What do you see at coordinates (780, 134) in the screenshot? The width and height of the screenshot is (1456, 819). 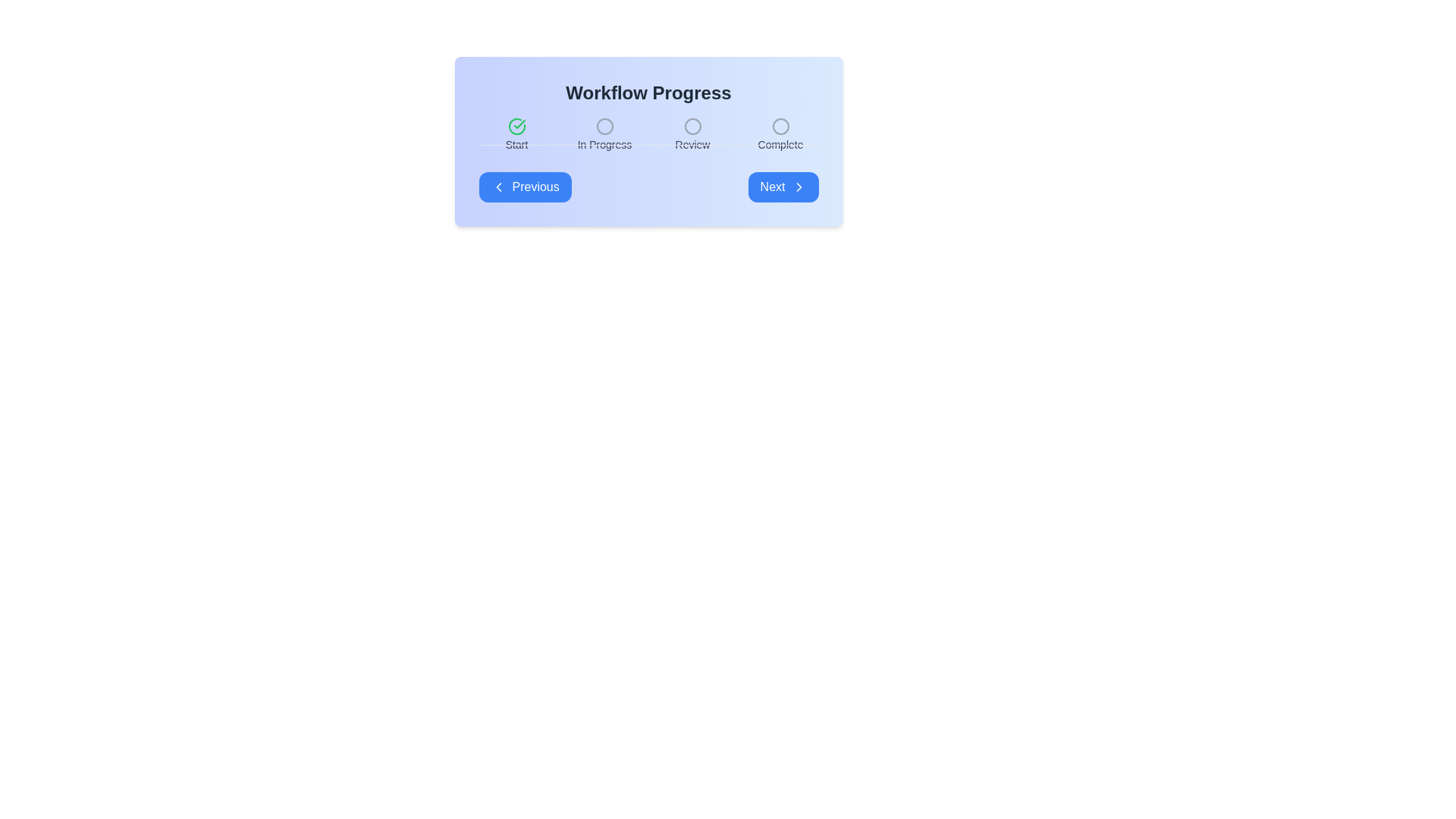 I see `the 'Complete' label with a circular outline icon, which is the fourth step in the 'Workflow Progress' list` at bounding box center [780, 134].